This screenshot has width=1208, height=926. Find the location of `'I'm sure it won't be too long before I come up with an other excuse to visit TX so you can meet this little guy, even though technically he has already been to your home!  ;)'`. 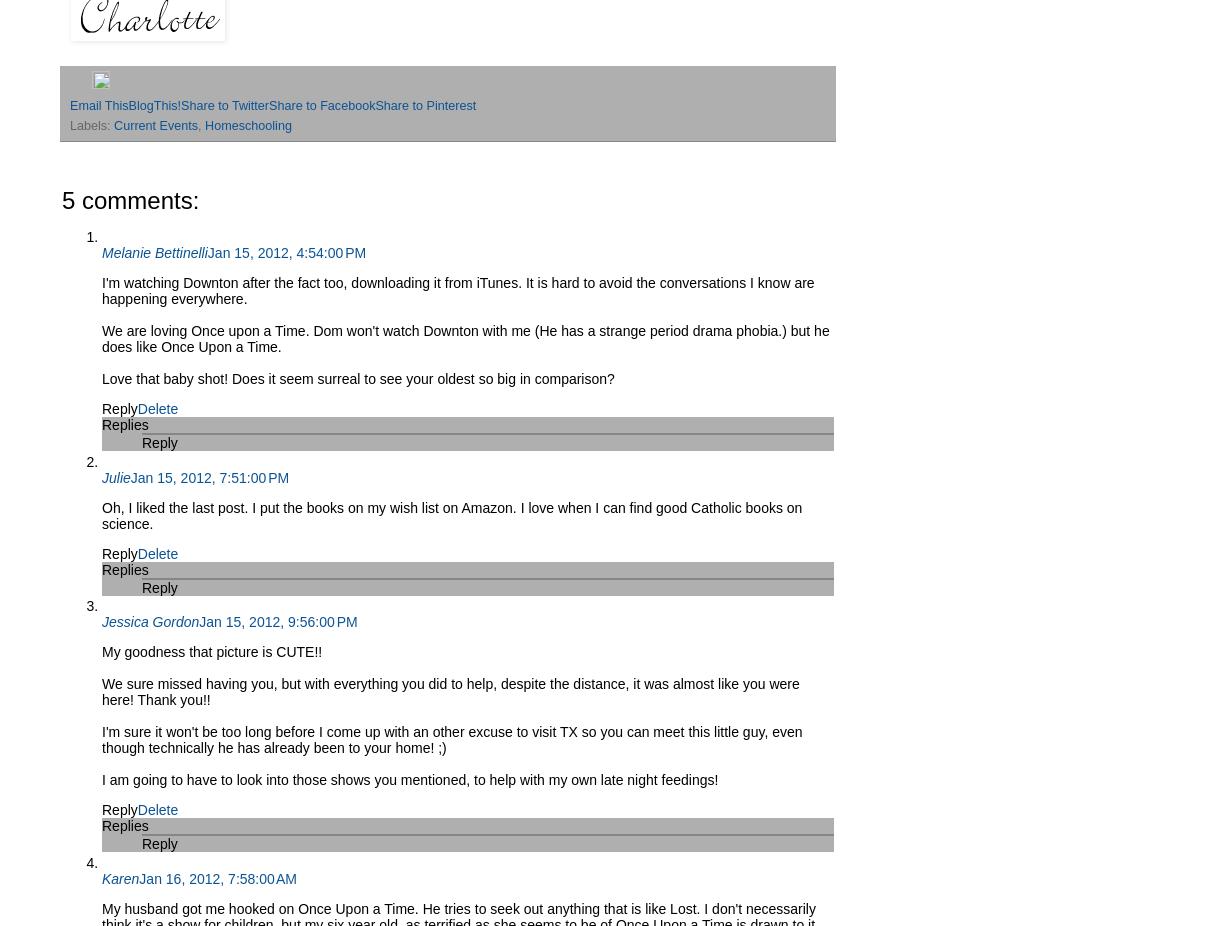

'I'm sure it won't be too long before I come up with an other excuse to visit TX so you can meet this little guy, even though technically he has already been to your home!  ;)' is located at coordinates (451, 739).